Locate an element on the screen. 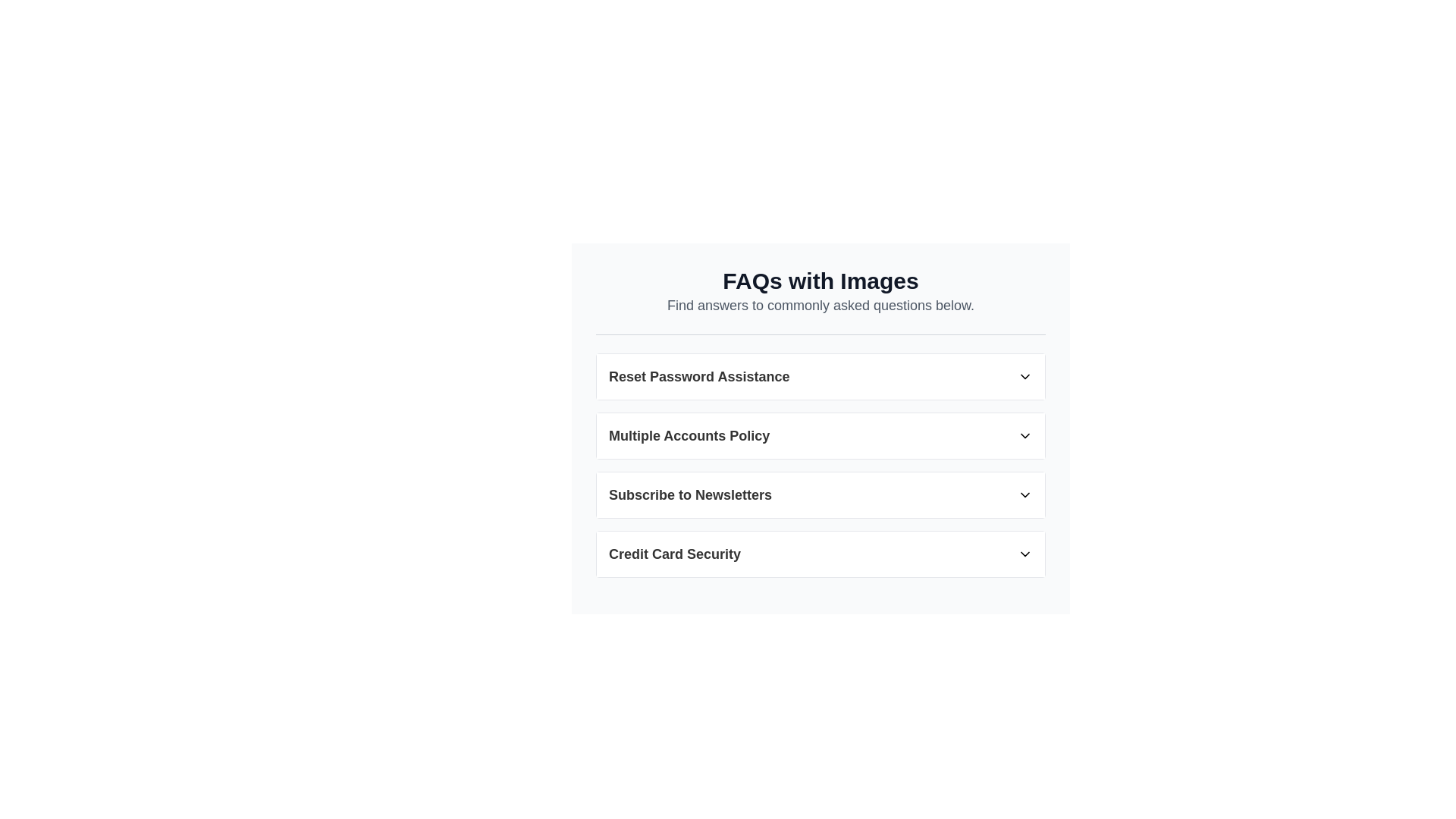  the Chevron Down Icon located in the header of the 'Reset Password Assistance' section is located at coordinates (1025, 376).